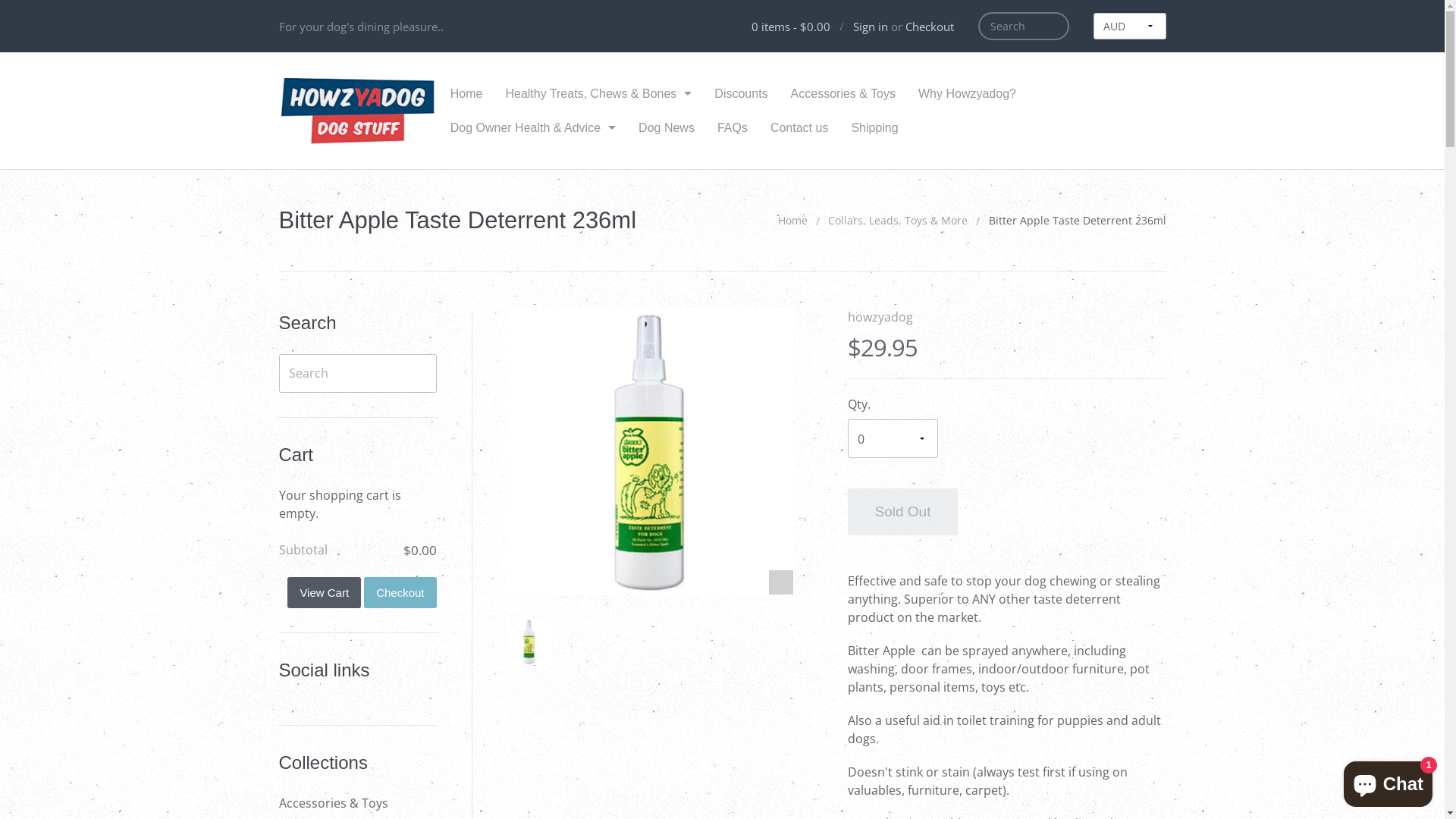 Image resolution: width=1456 pixels, height=819 pixels. I want to click on 'Checkout', so click(400, 591).